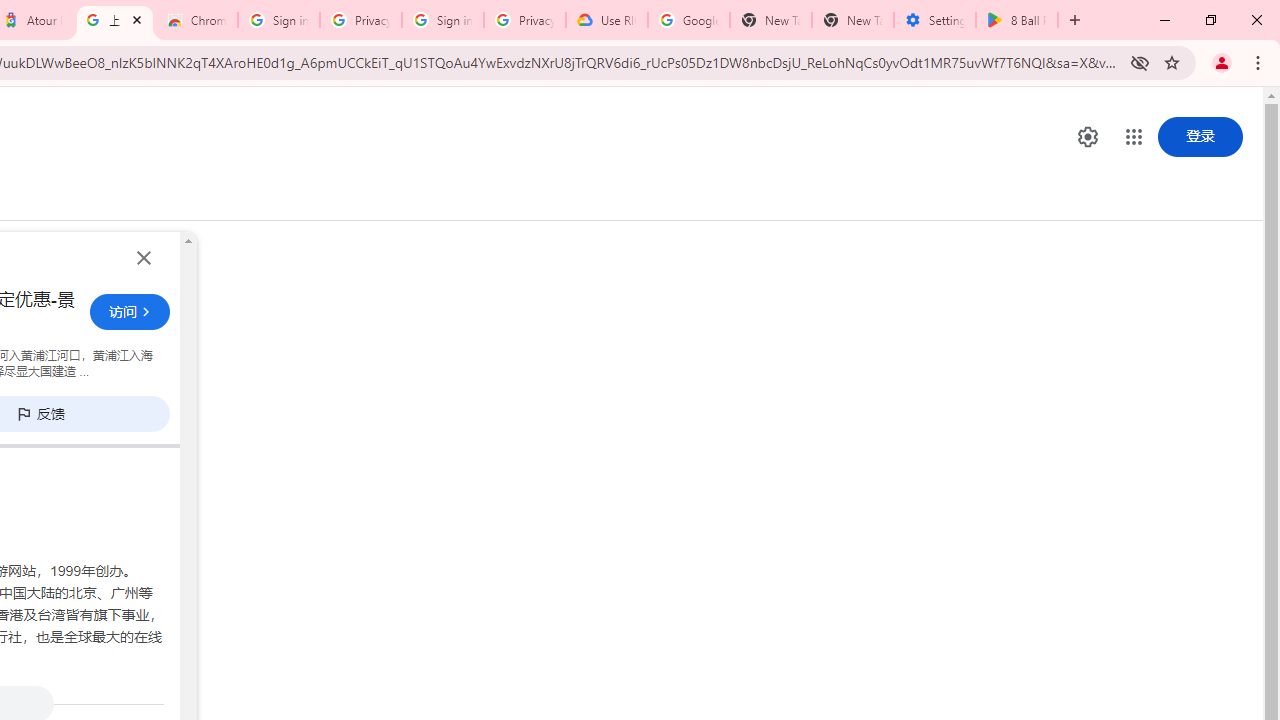 This screenshot has height=720, width=1280. Describe the element at coordinates (1016, 20) in the screenshot. I see `'8 Ball Pool - Apps on Google Play'` at that location.